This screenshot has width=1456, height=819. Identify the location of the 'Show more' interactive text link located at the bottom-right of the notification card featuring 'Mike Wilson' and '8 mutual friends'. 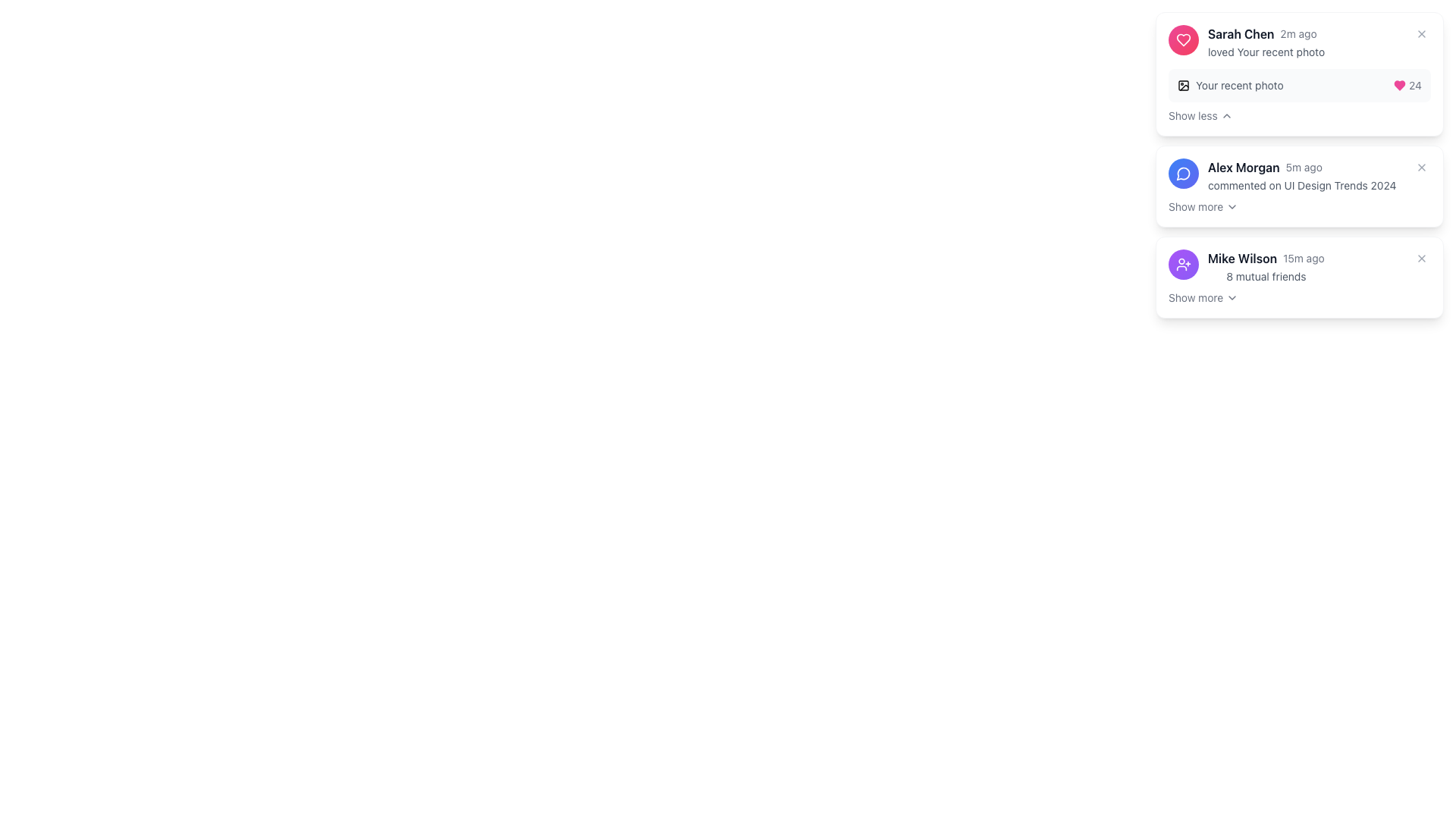
(1203, 298).